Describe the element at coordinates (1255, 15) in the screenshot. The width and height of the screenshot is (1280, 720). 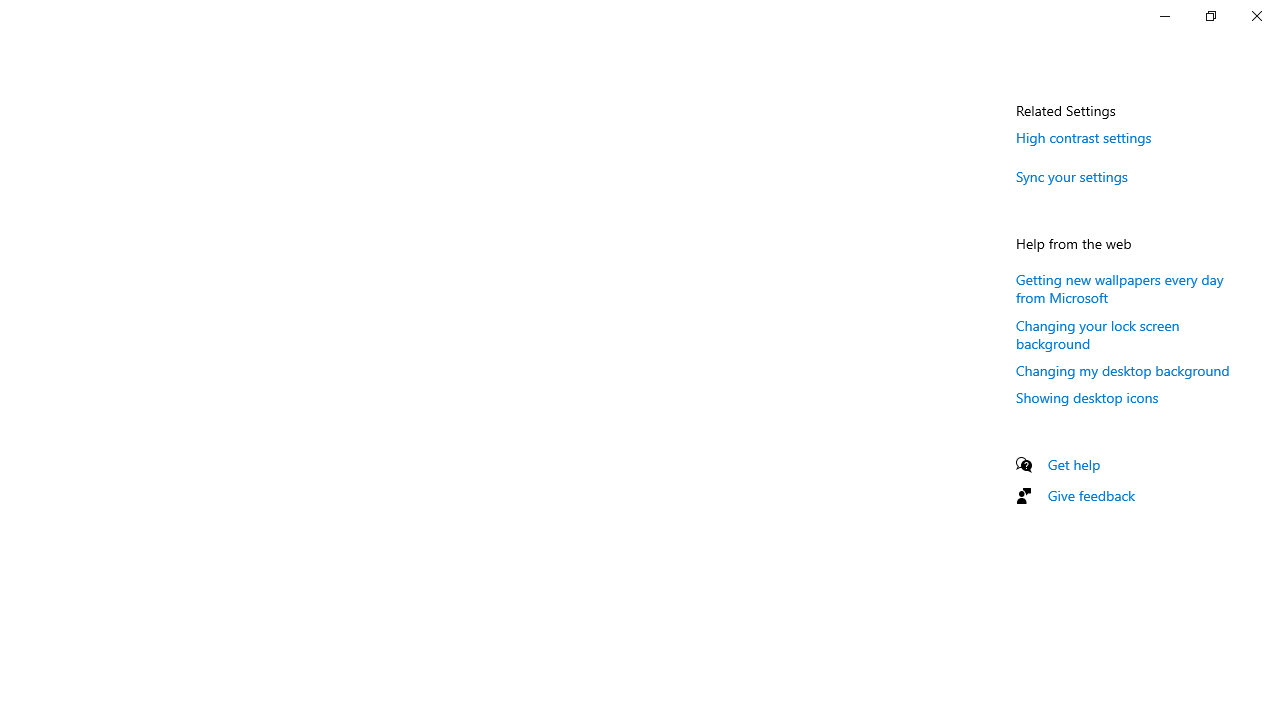
I see `'Close Settings'` at that location.